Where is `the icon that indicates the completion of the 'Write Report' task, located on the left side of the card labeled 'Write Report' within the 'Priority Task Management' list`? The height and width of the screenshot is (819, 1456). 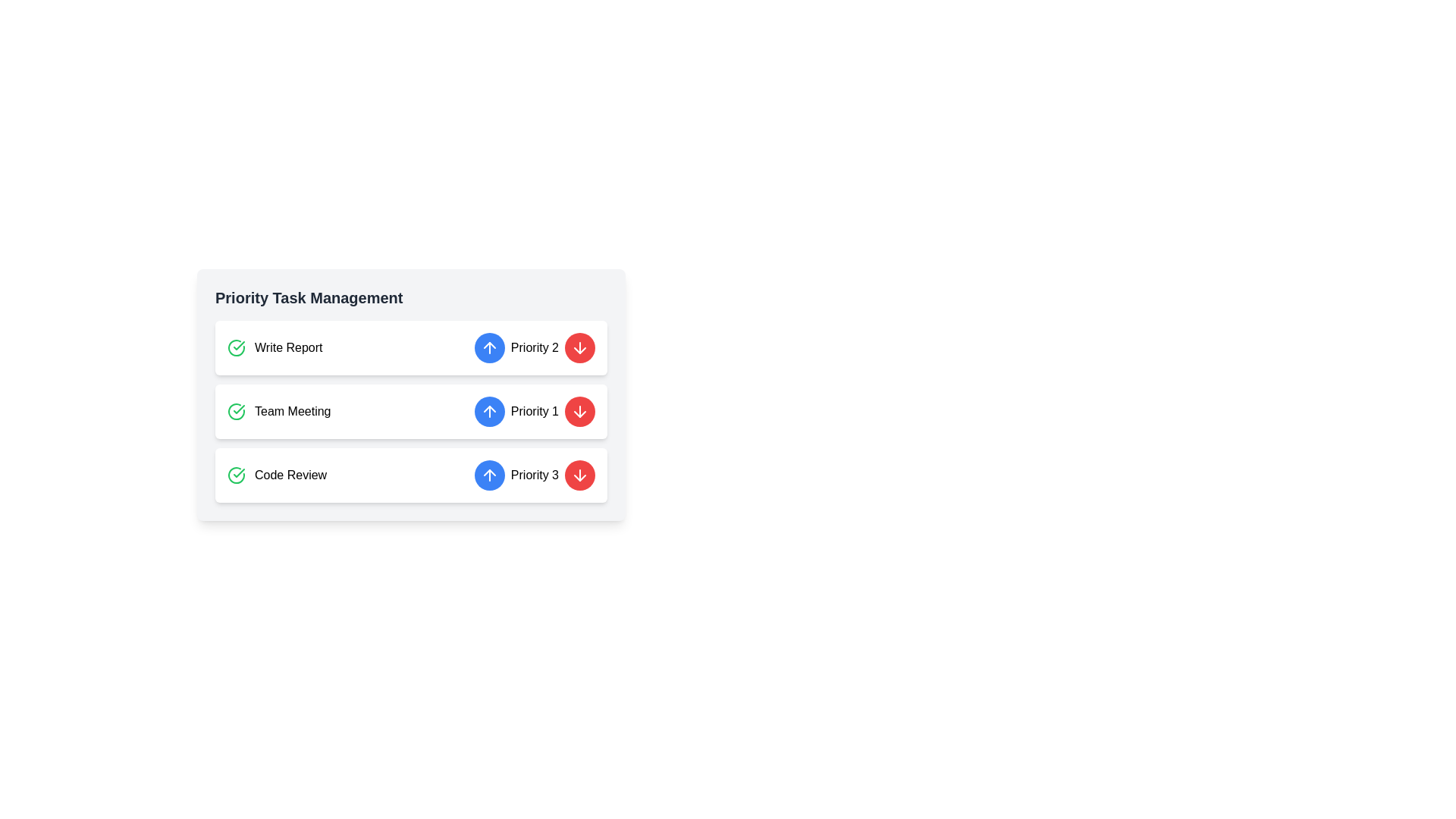 the icon that indicates the completion of the 'Write Report' task, located on the left side of the card labeled 'Write Report' within the 'Priority Task Management' list is located at coordinates (236, 348).